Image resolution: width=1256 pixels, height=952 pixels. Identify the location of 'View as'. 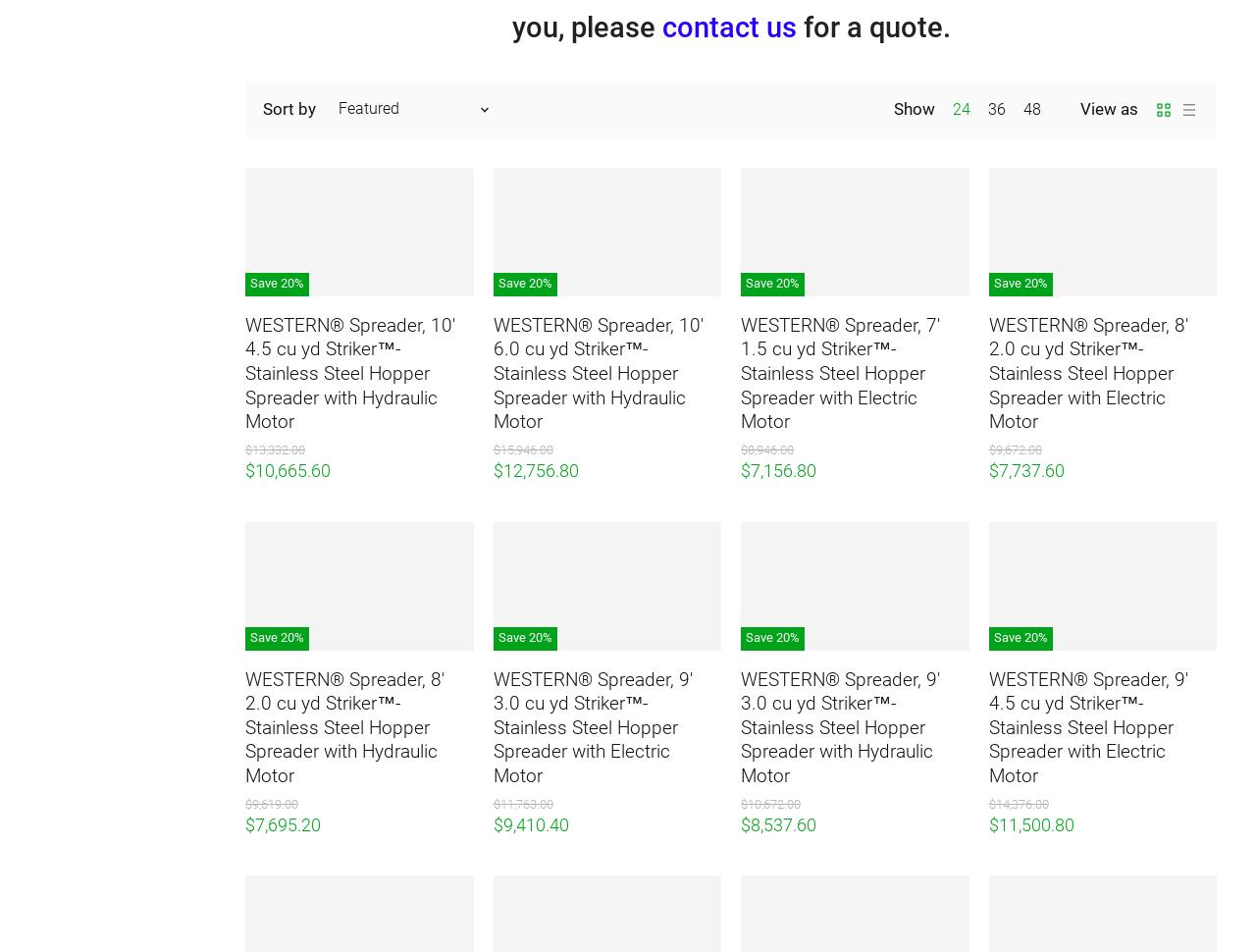
(1109, 107).